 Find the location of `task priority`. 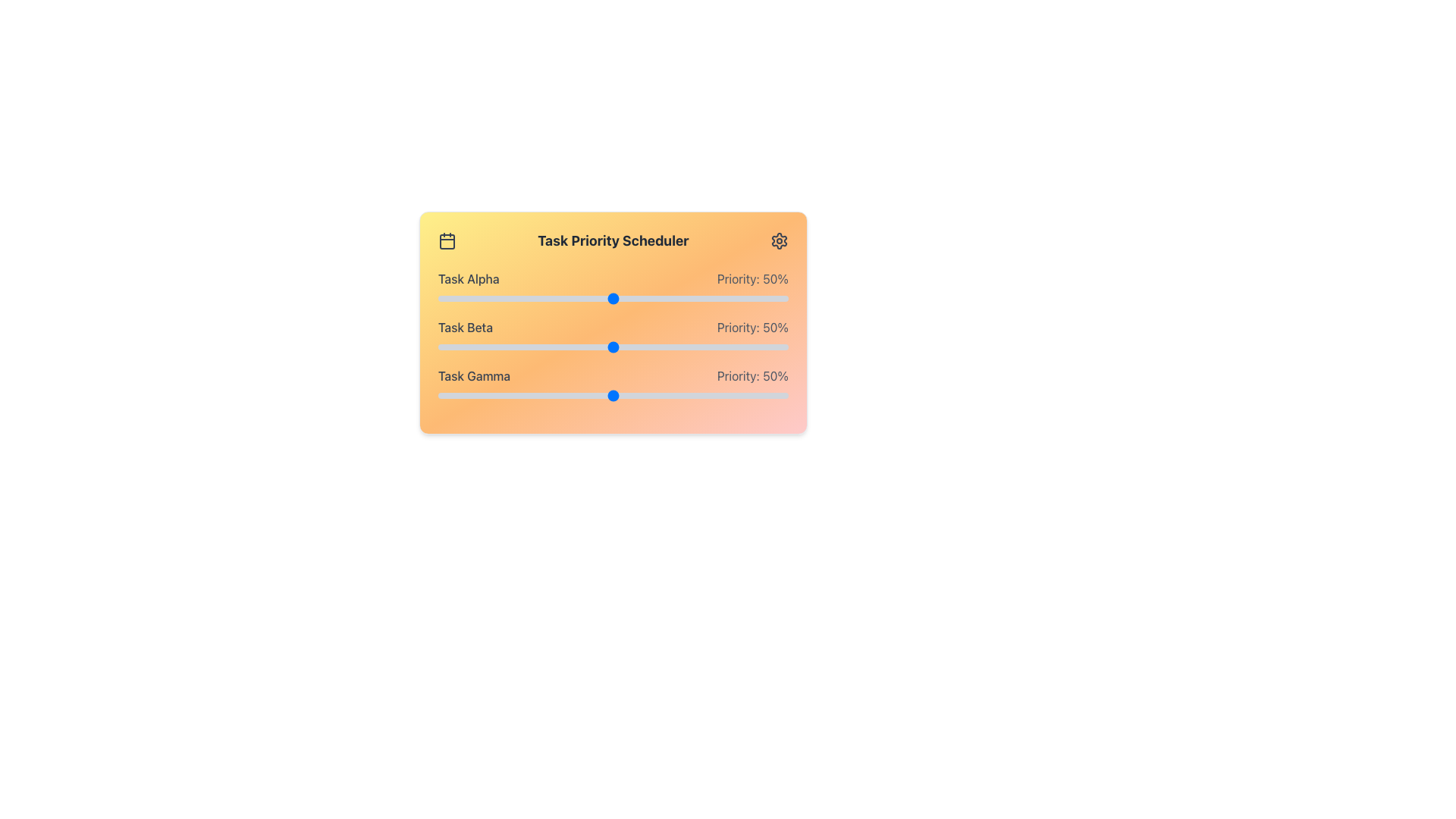

task priority is located at coordinates (570, 298).